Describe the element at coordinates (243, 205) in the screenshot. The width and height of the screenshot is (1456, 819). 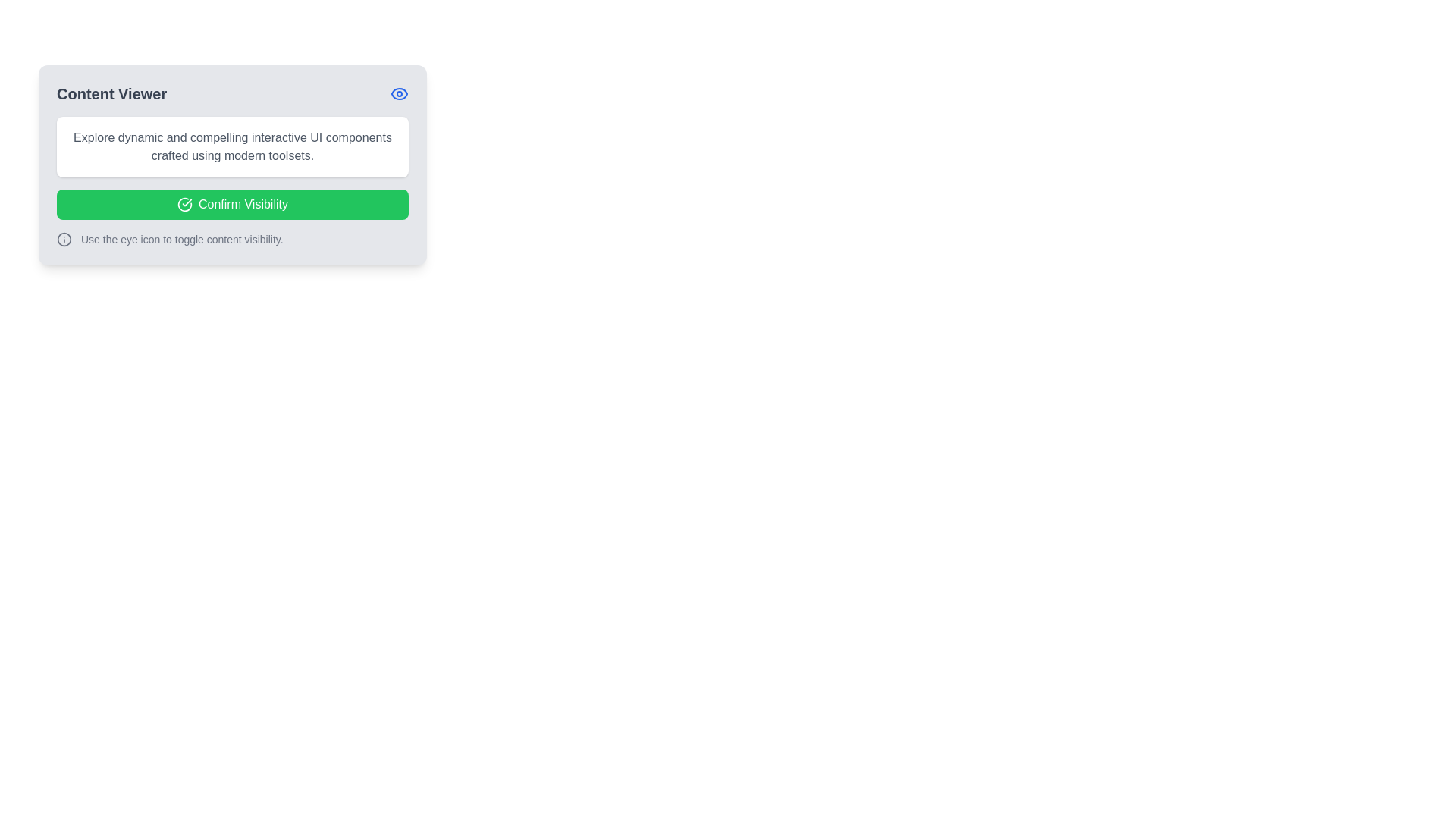
I see `the green button containing the text 'Confirm Visibility' which is located at the bottom-center of the gray dialog box labeled 'Content Viewer'` at that location.